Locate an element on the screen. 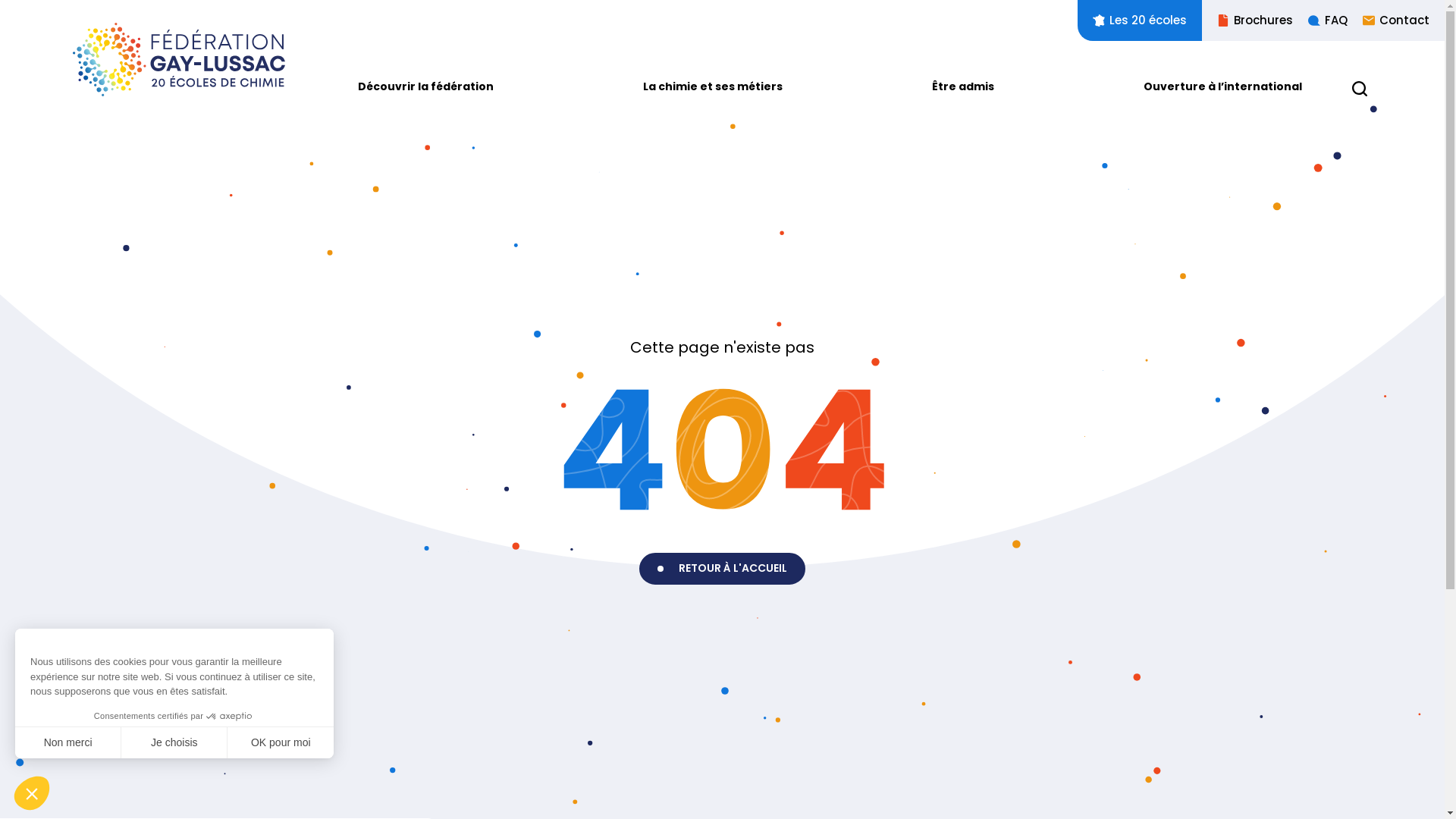 The height and width of the screenshot is (819, 1456). 'Contact' is located at coordinates (1388, 20).